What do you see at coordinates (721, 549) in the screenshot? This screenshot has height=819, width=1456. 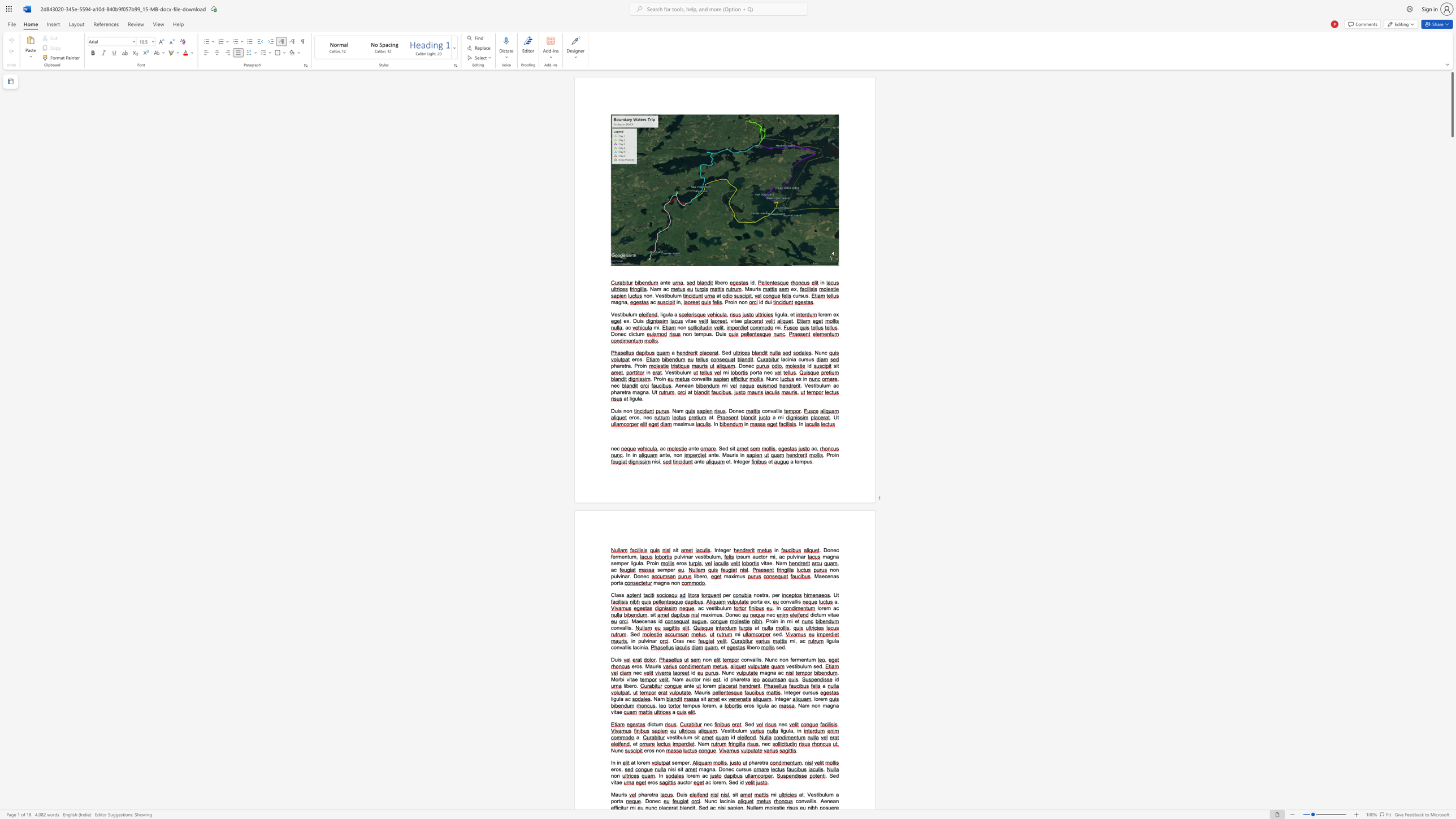 I see `the 1th character "e" in the text` at bounding box center [721, 549].